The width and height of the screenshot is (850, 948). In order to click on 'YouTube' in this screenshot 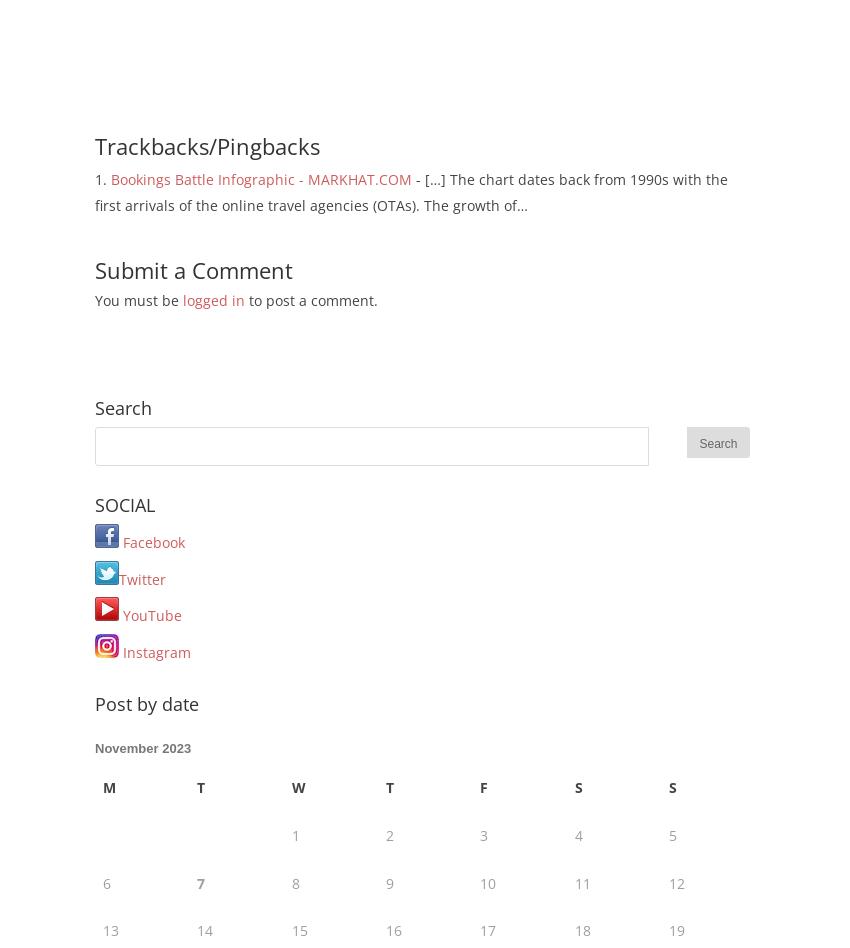, I will do `click(121, 614)`.